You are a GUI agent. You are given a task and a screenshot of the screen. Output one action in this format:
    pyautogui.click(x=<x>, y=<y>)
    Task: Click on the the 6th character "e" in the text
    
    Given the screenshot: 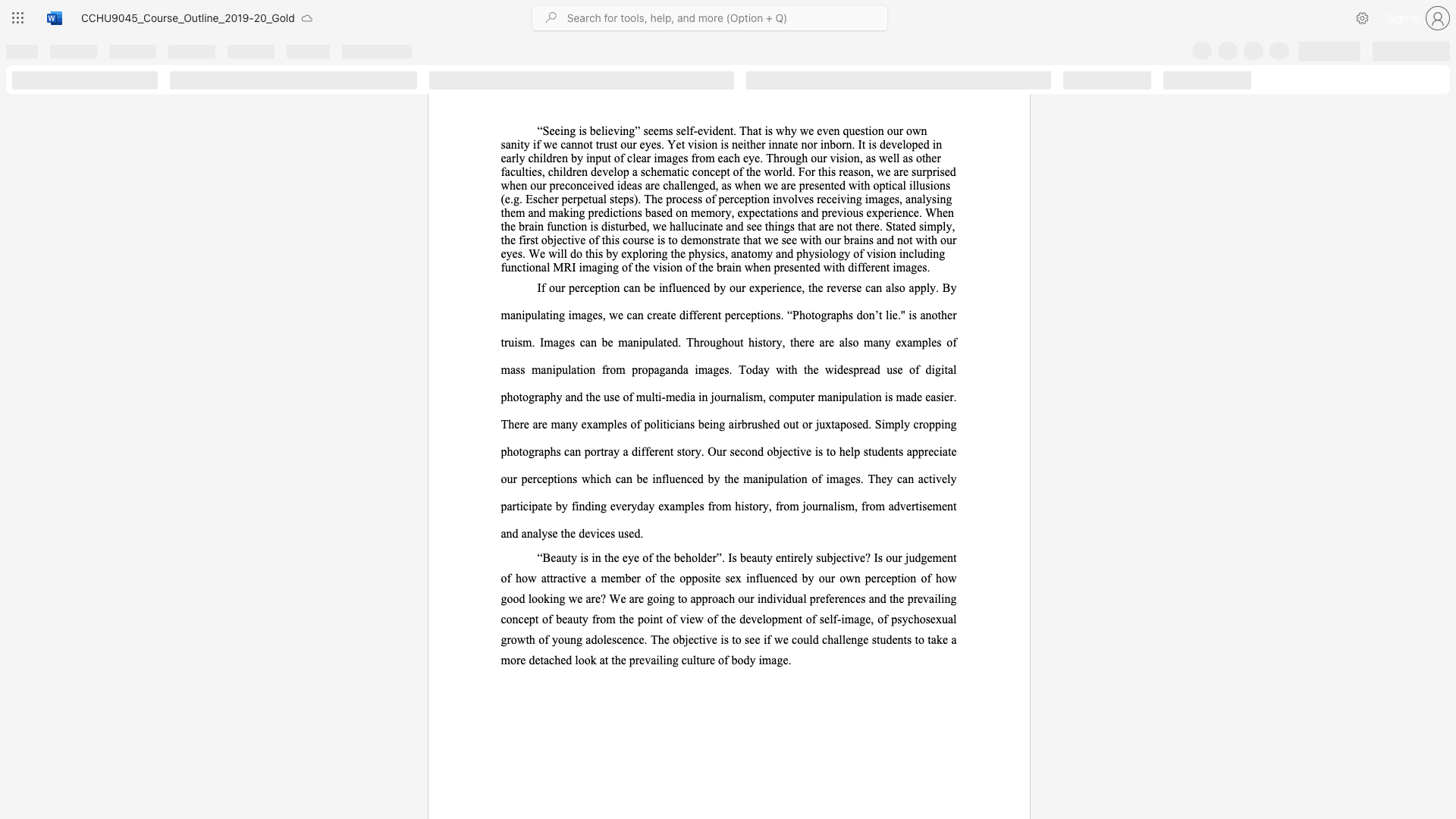 What is the action you would take?
    pyautogui.click(x=682, y=557)
    